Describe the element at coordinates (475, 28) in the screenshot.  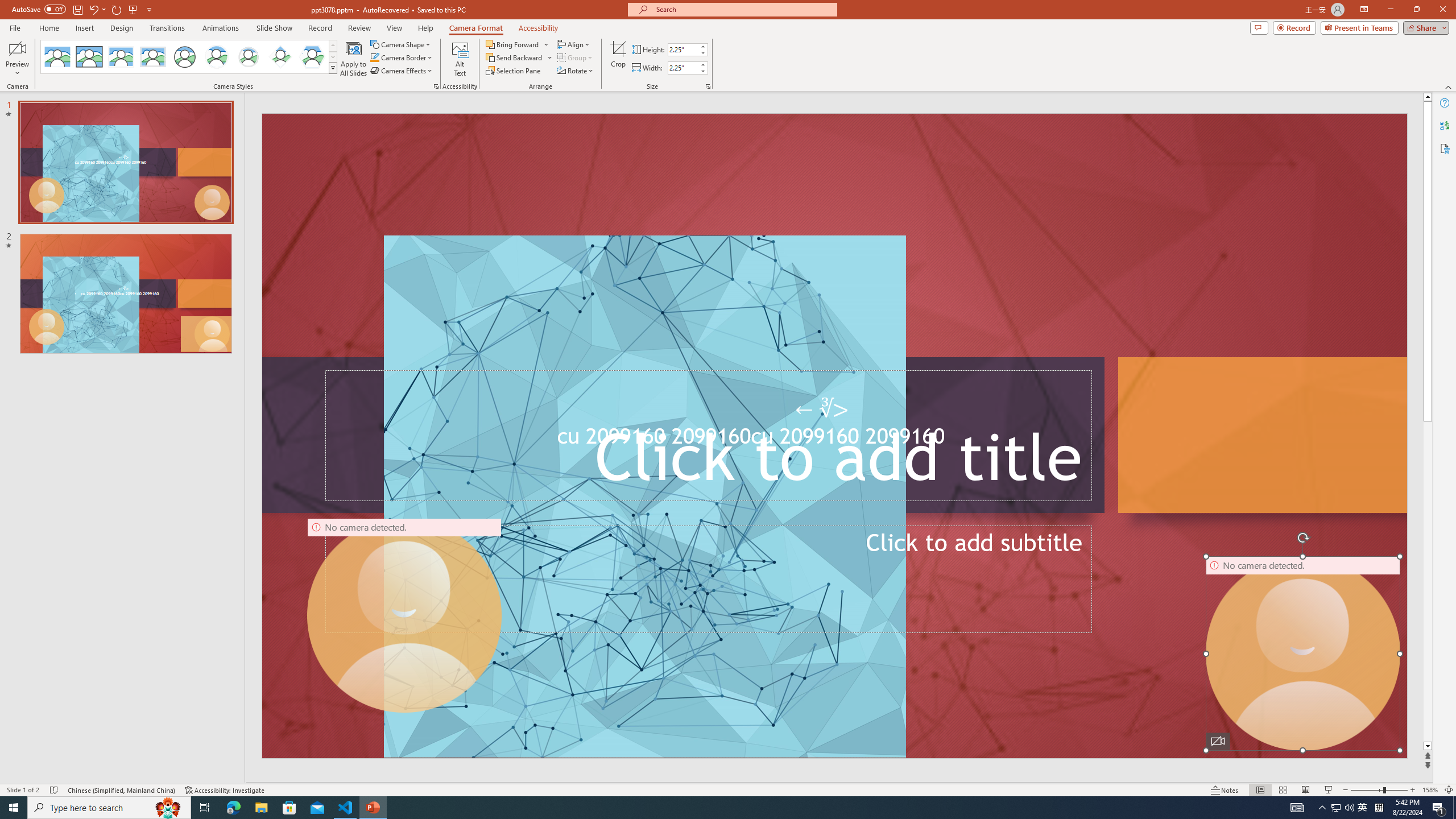
I see `'Camera Format'` at that location.